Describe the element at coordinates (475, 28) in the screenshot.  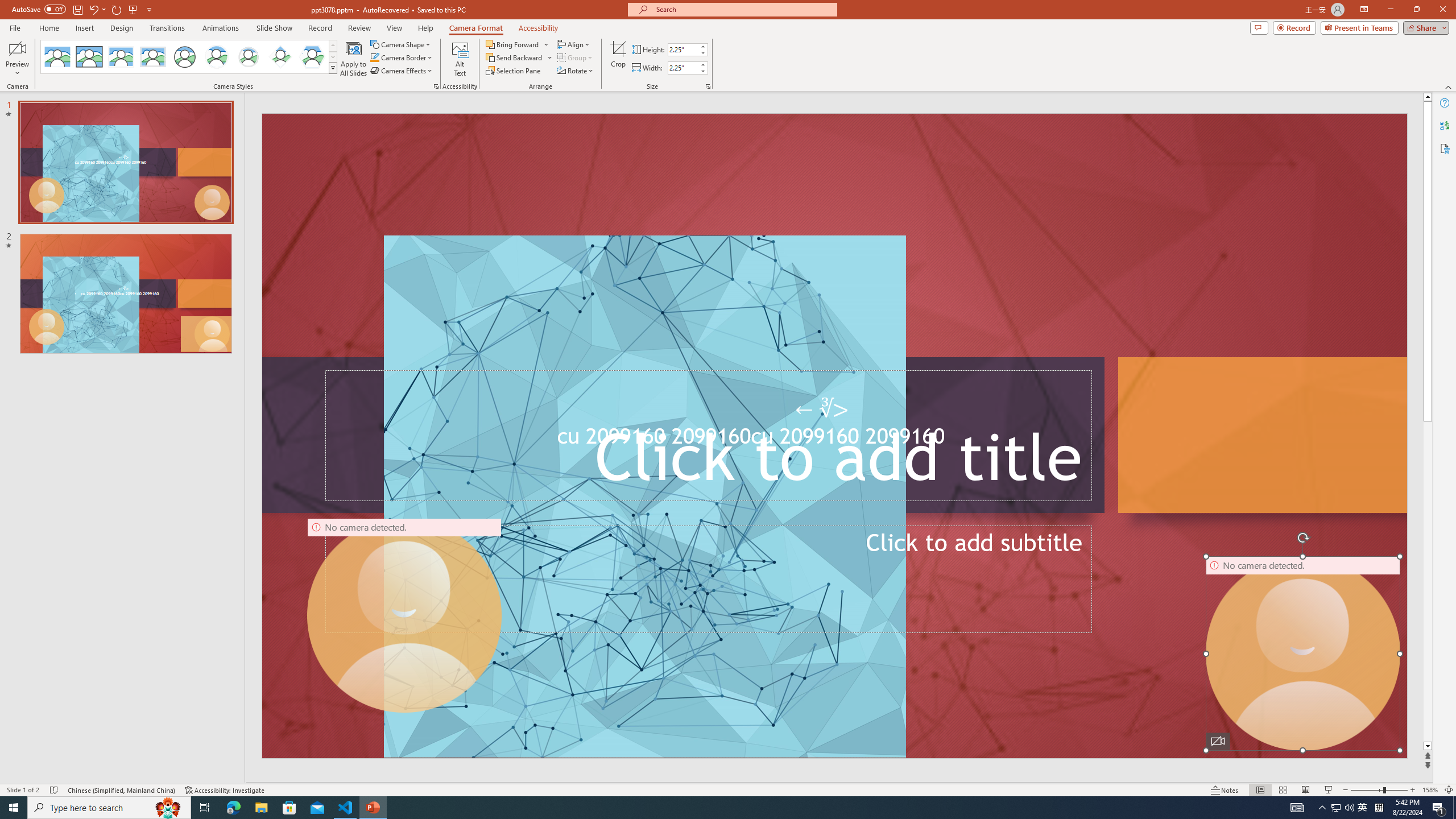
I see `'Camera Format'` at that location.